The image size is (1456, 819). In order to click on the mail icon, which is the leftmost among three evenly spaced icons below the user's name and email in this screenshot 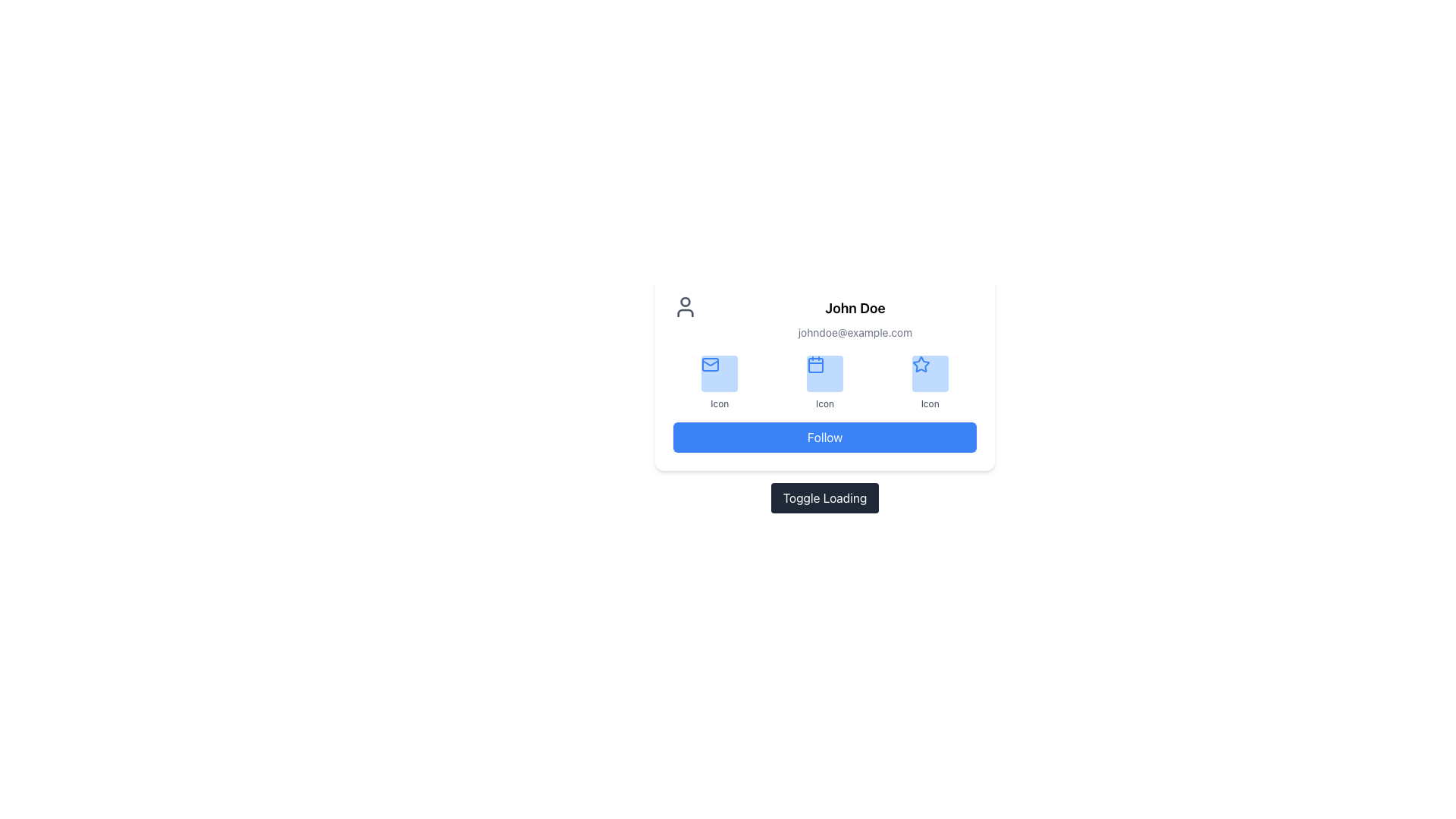, I will do `click(710, 365)`.